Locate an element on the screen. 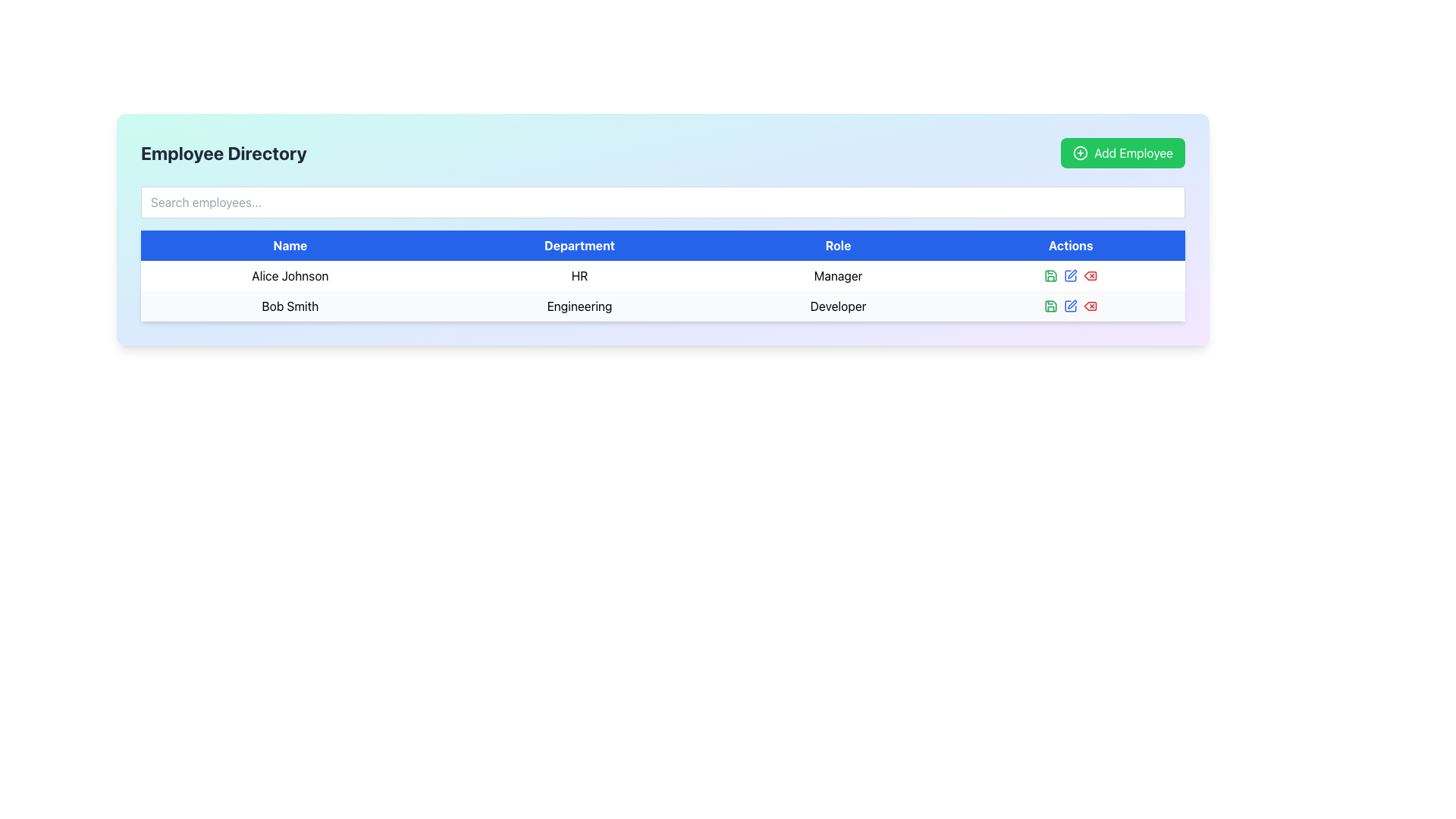  the edit icon button located in the 'Actions' column of the second row for user 'Bob Smith' to initiate editing is located at coordinates (1070, 306).